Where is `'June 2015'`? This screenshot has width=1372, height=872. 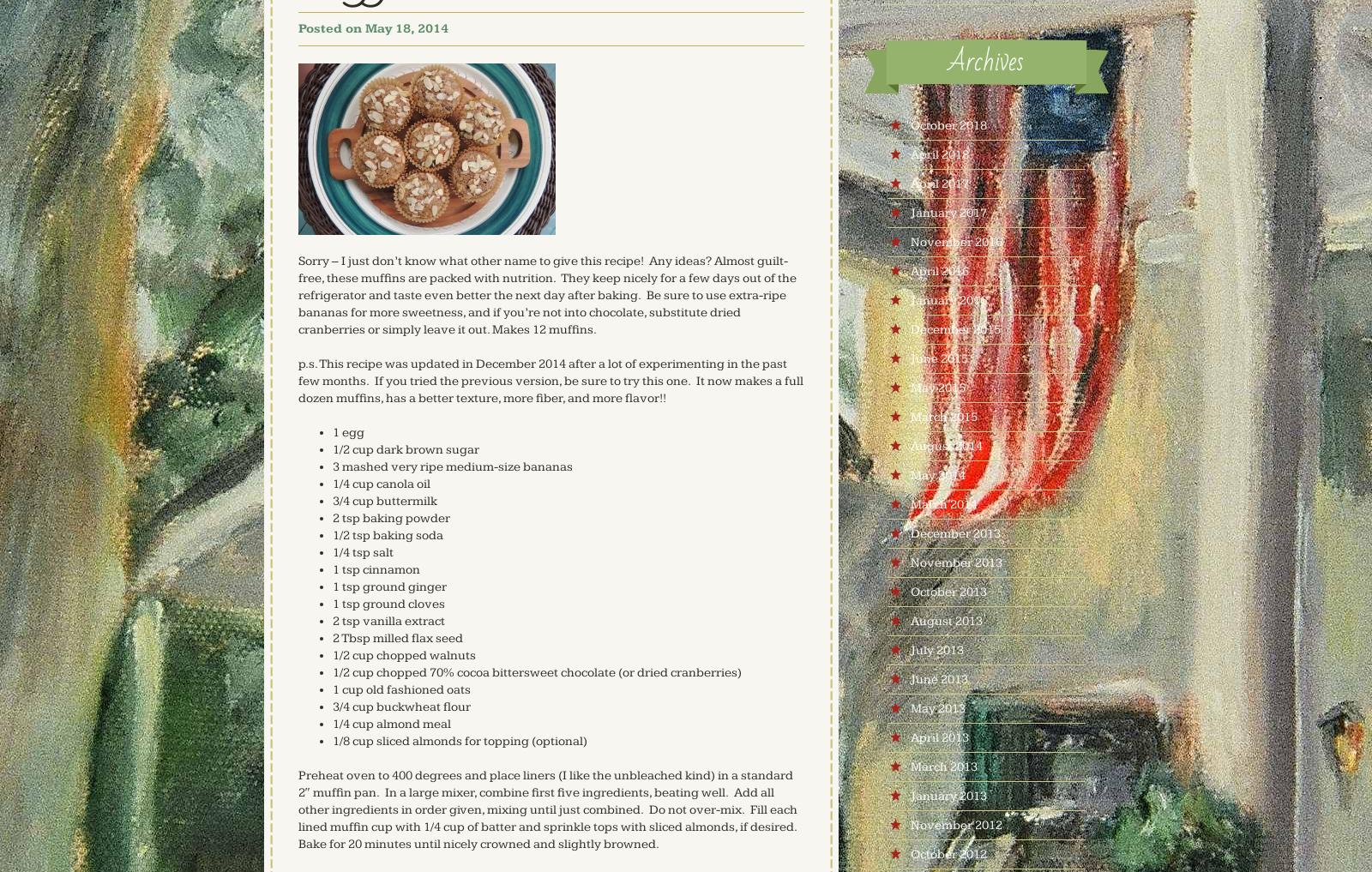 'June 2015' is located at coordinates (938, 358).